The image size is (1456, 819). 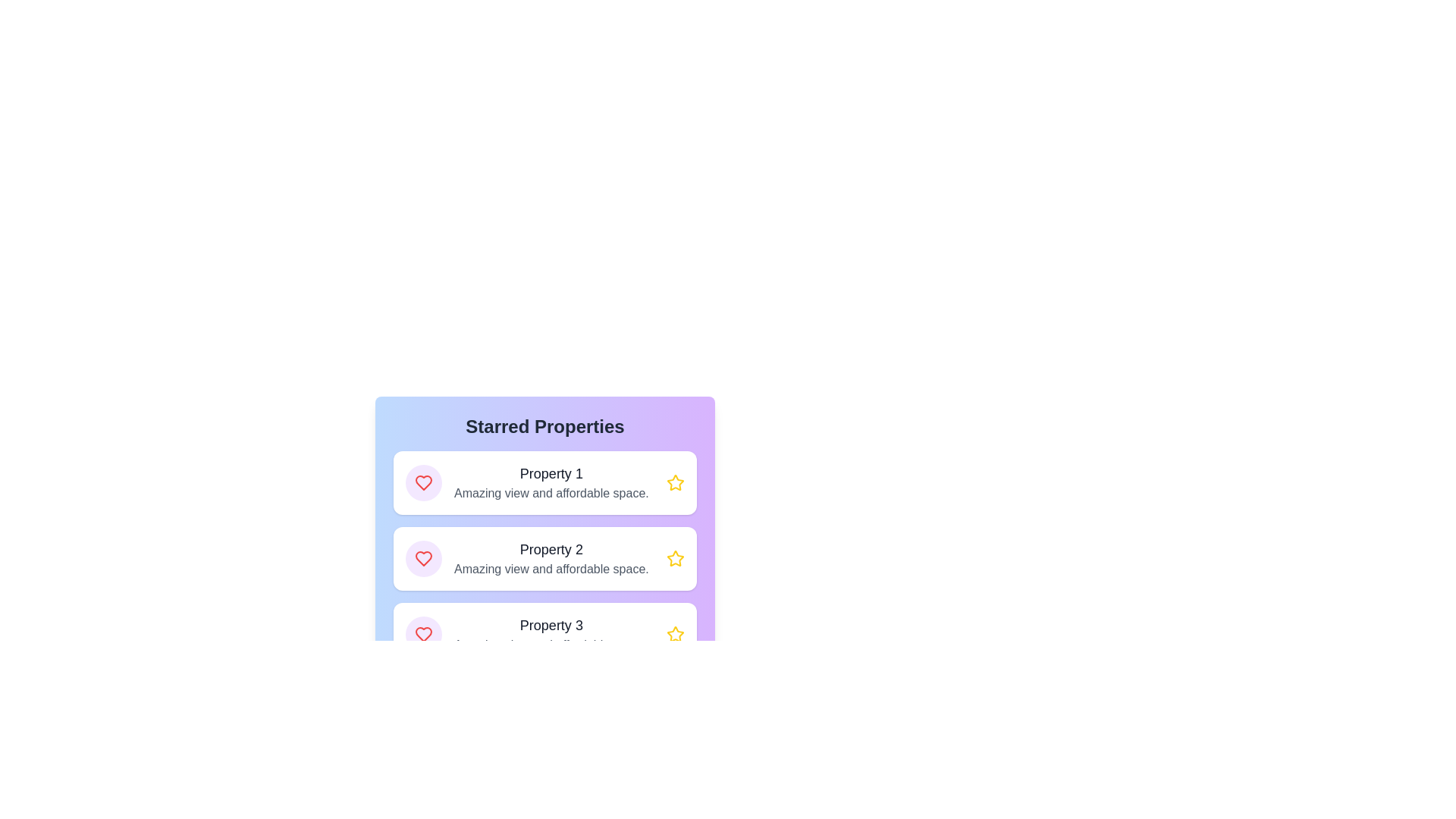 What do you see at coordinates (551, 558) in the screenshot?
I see `the text display that shows 'Property 2' with the descriptive text 'Amazing view and affordable space.' by moving the mouse to its center` at bounding box center [551, 558].